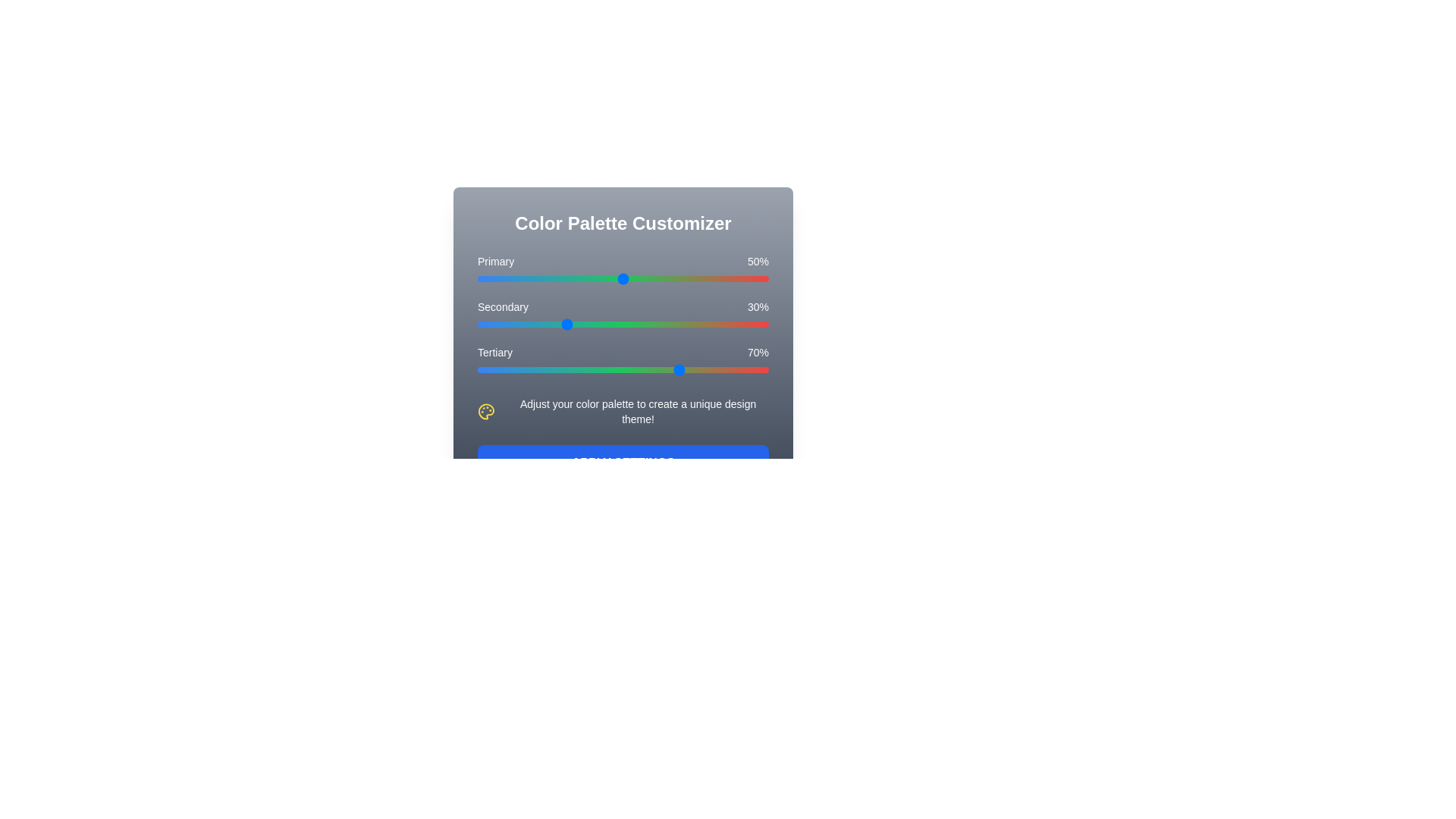 Image resolution: width=1456 pixels, height=819 pixels. Describe the element at coordinates (683, 370) in the screenshot. I see `the tertiary color value` at that location.